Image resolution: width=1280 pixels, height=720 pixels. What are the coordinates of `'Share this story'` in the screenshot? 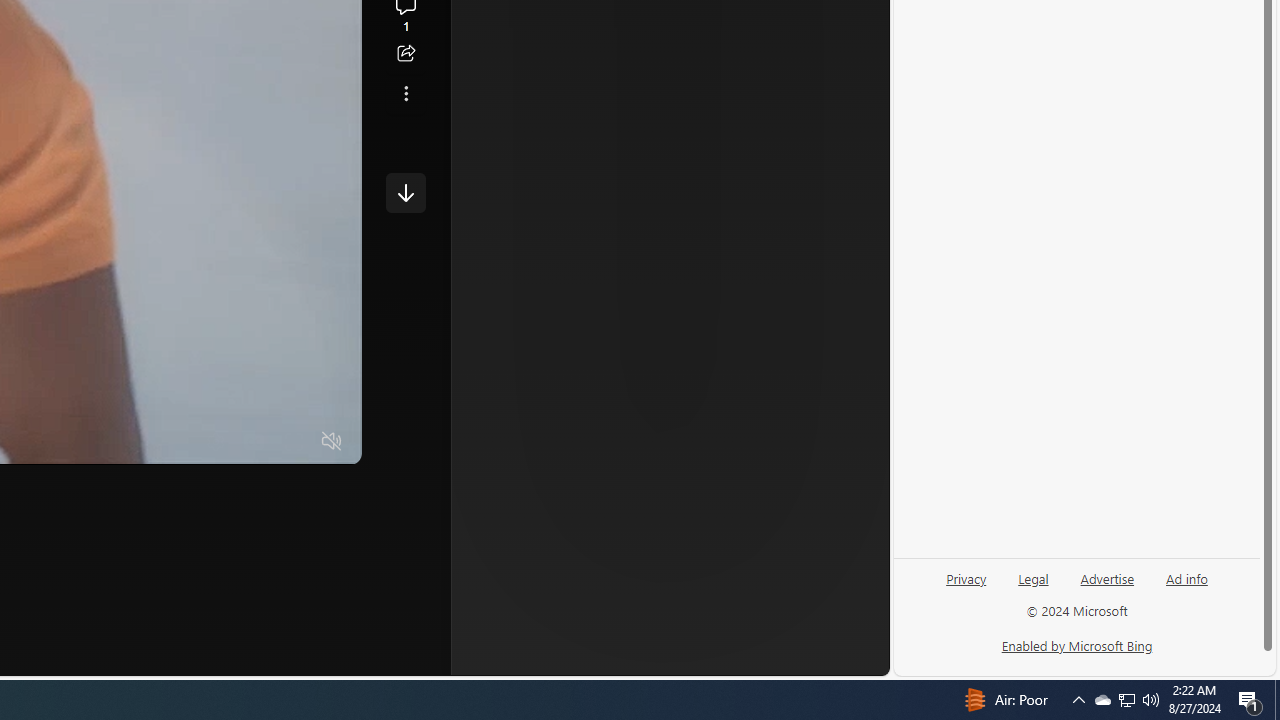 It's located at (405, 53).